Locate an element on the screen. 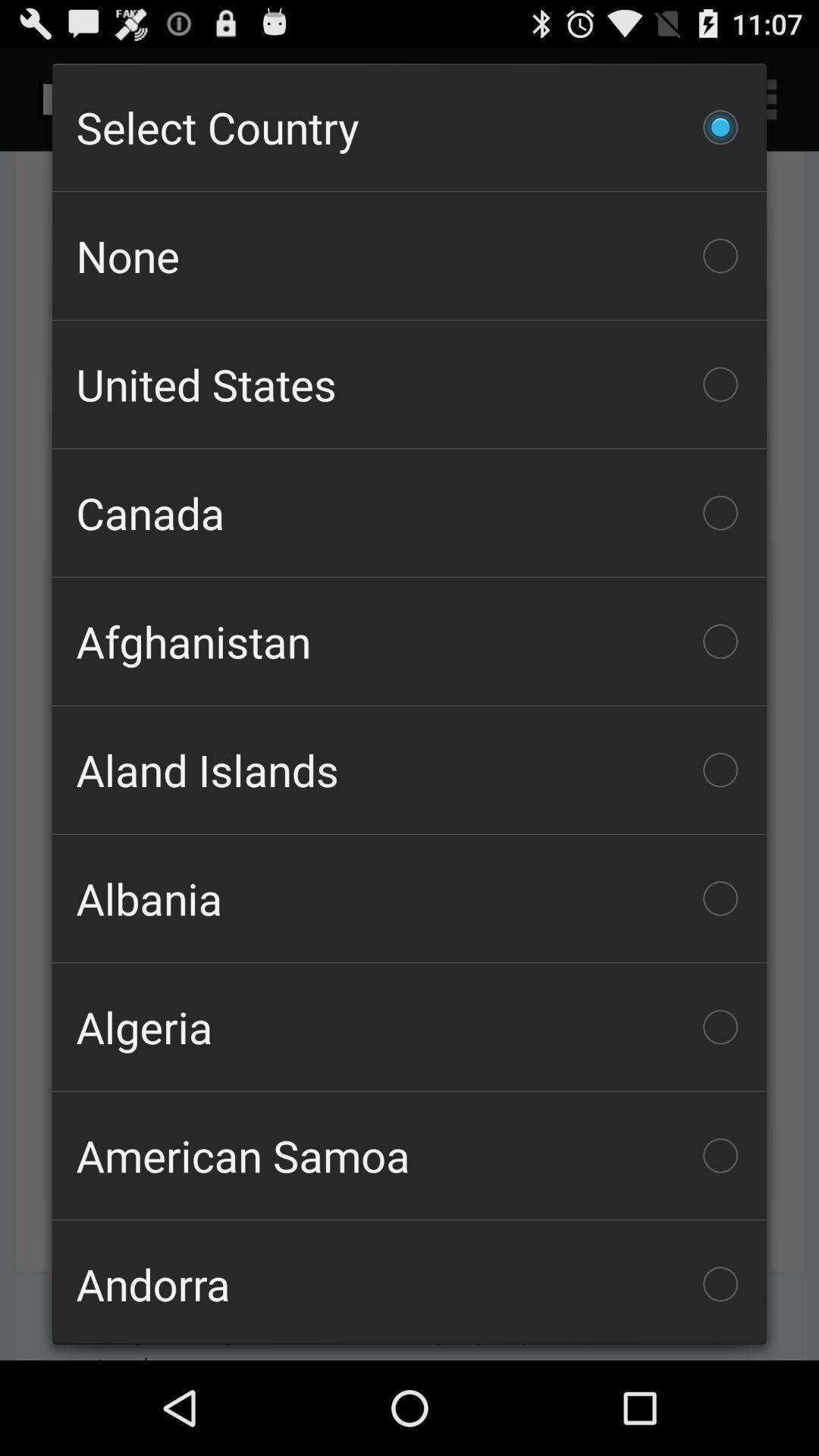 The height and width of the screenshot is (1456, 819). the none is located at coordinates (409, 256).